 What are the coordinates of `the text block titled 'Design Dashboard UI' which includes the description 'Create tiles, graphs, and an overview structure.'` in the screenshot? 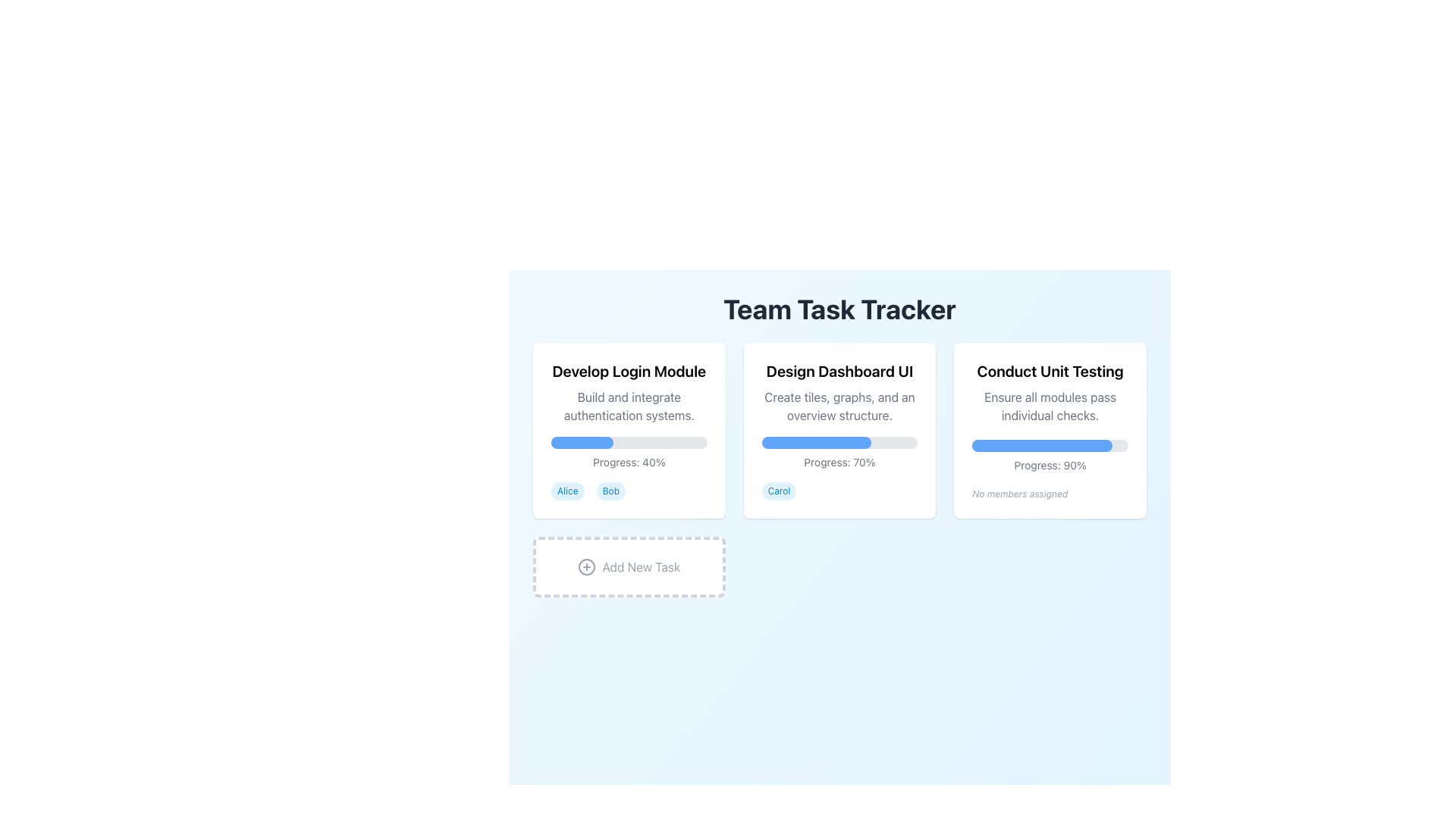 It's located at (839, 397).